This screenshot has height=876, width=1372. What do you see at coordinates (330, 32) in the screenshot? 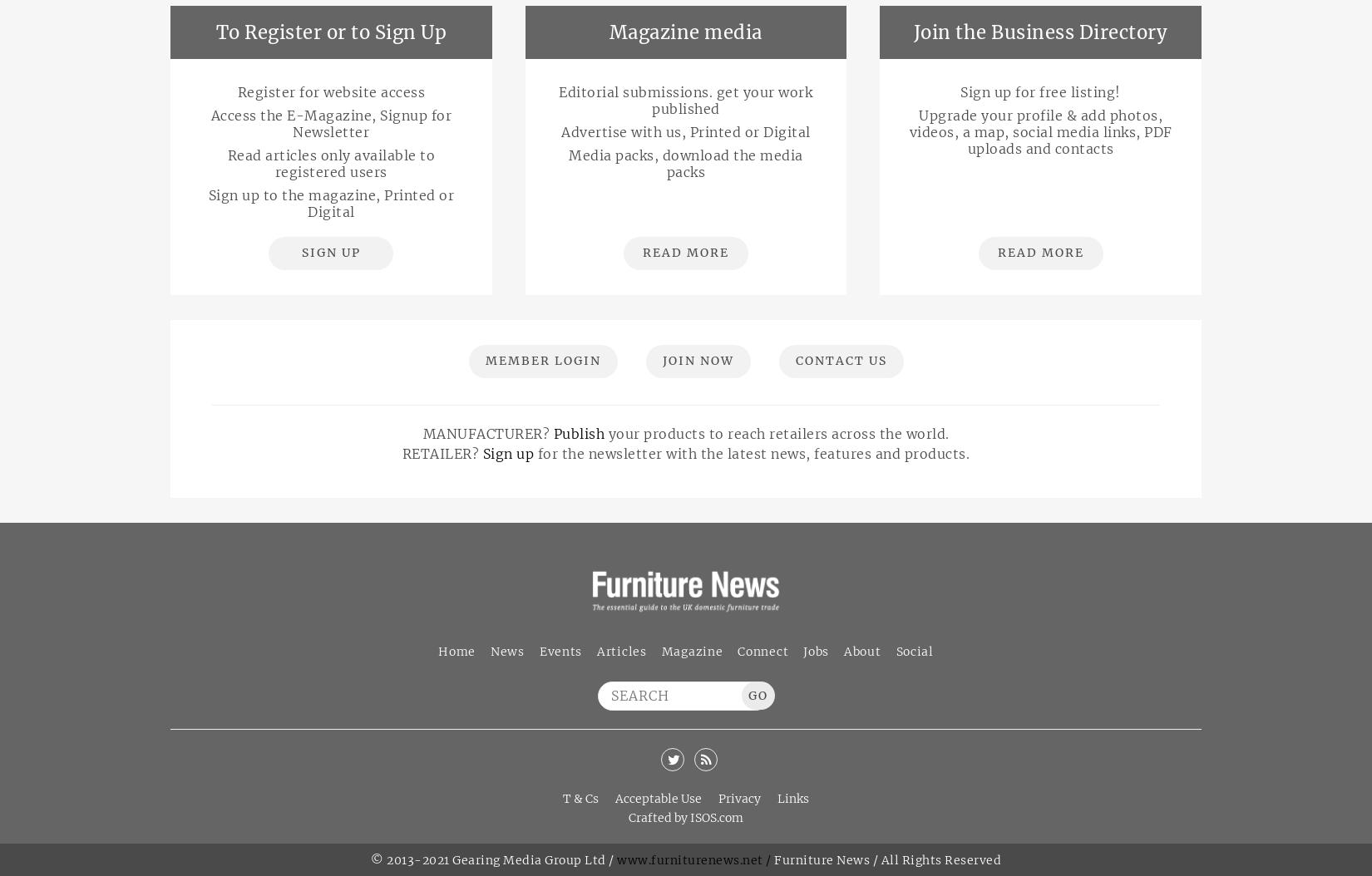
I see `'To Register or to Sign Up'` at bounding box center [330, 32].